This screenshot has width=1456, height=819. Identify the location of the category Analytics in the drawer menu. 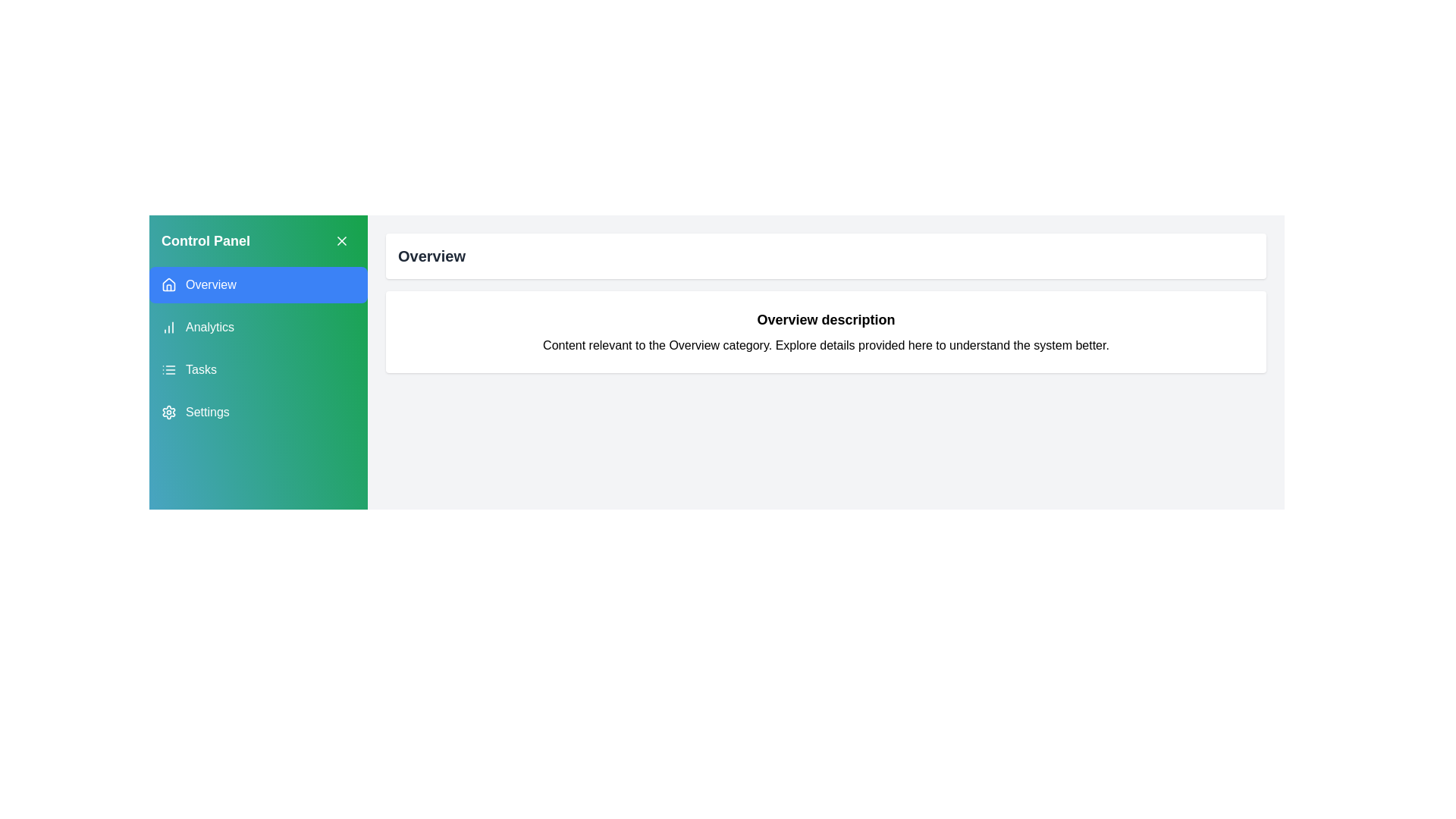
(258, 327).